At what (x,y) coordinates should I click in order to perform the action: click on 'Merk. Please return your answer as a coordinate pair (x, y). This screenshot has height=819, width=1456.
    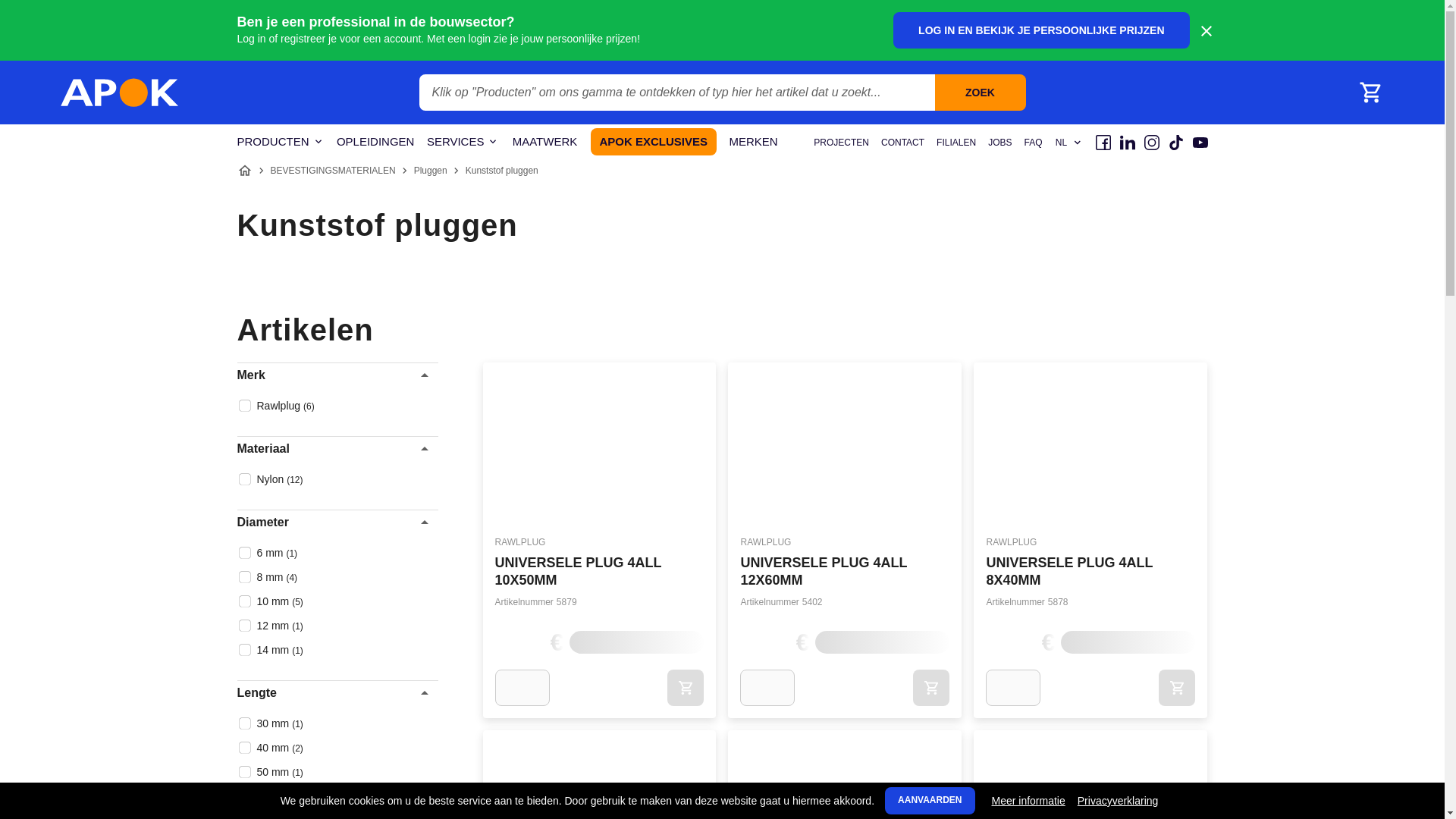
    Looking at the image, I should click on (336, 375).